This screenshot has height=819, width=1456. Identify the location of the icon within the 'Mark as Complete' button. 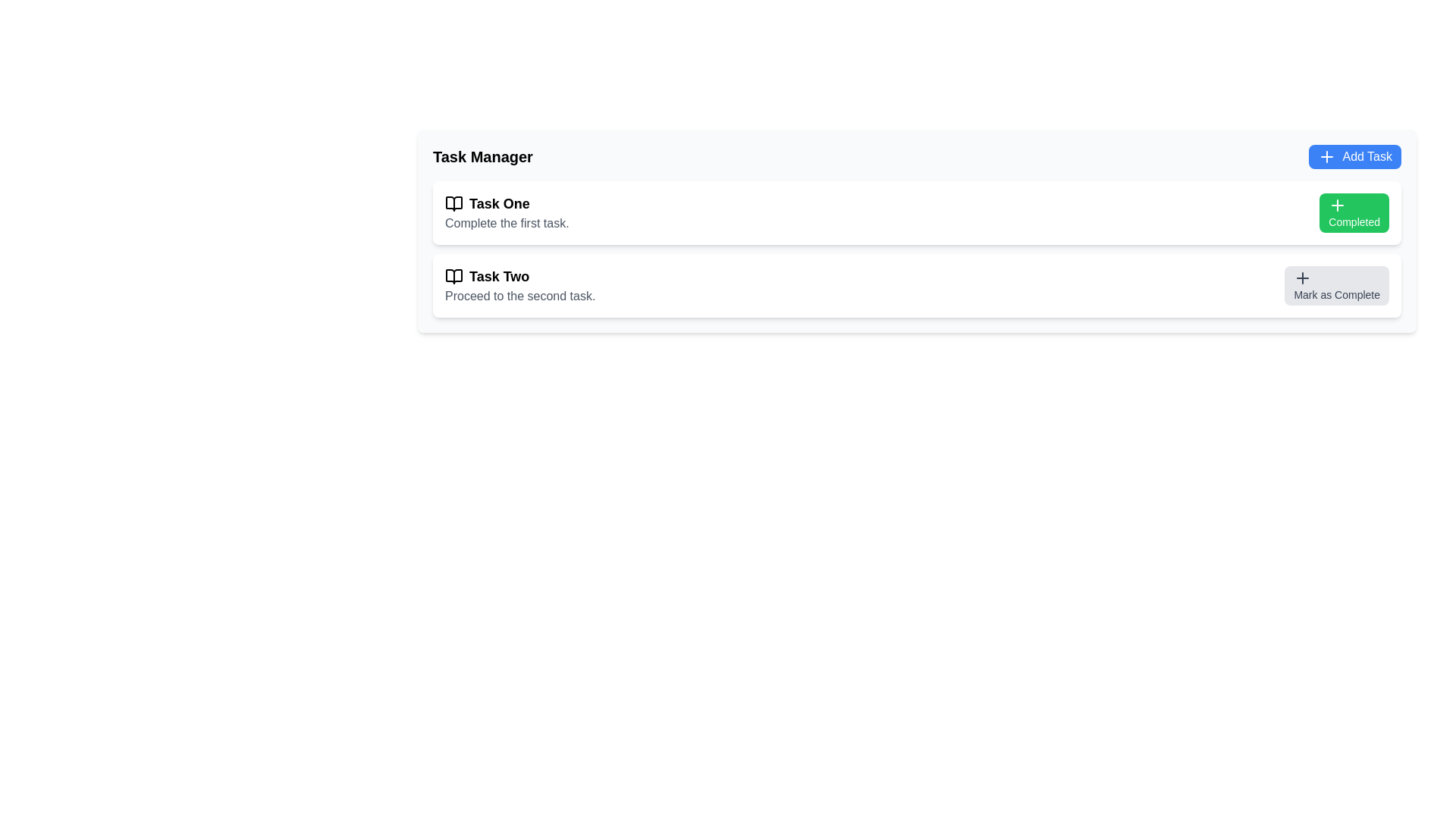
(1302, 278).